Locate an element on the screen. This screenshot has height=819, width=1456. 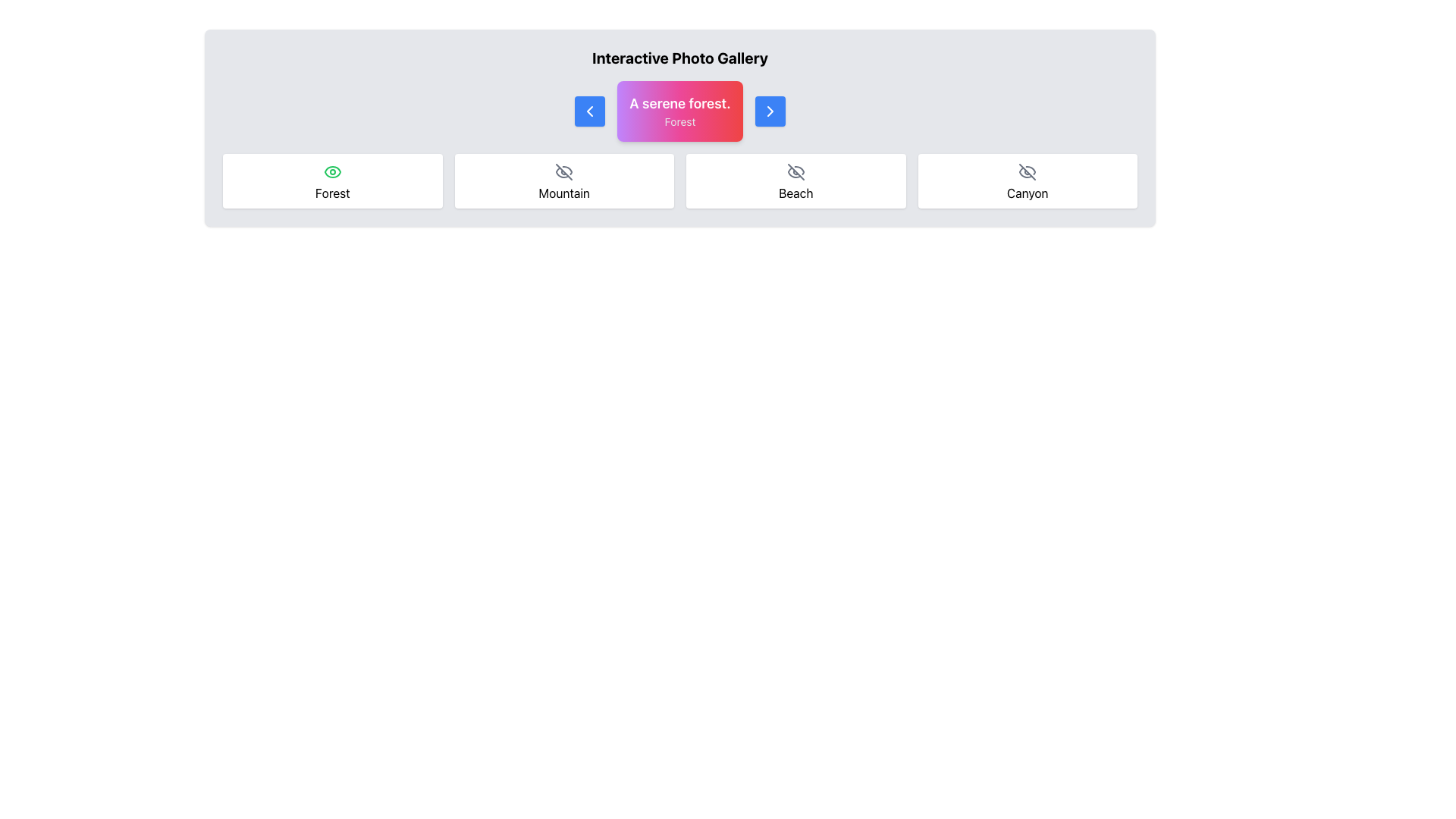
the upper part of the eye representation in the eye-off icon located on the Beach card is located at coordinates (799, 170).